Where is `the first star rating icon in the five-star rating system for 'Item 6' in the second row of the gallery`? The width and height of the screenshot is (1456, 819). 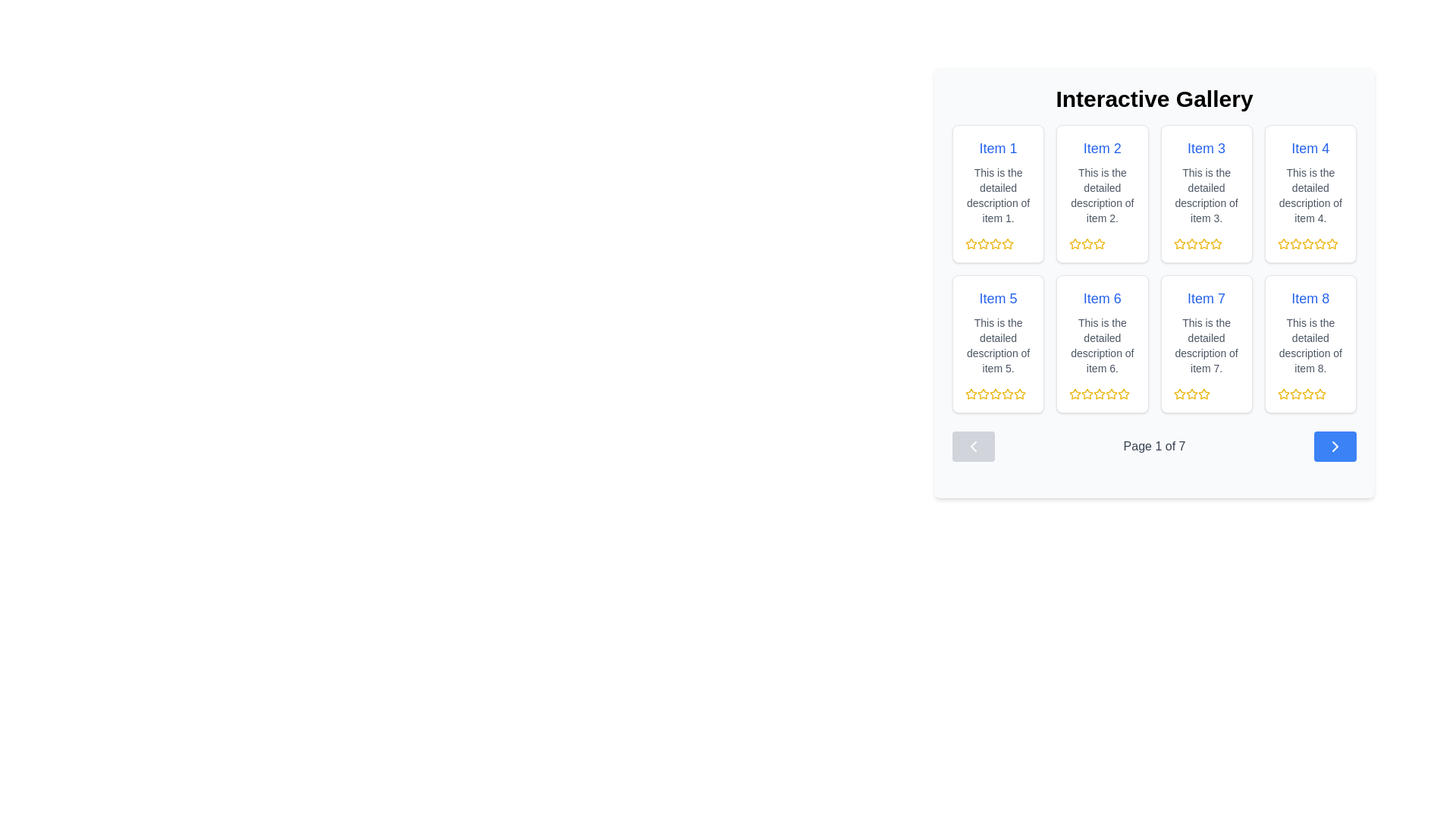
the first star rating icon in the five-star rating system for 'Item 6' in the second row of the gallery is located at coordinates (1075, 394).